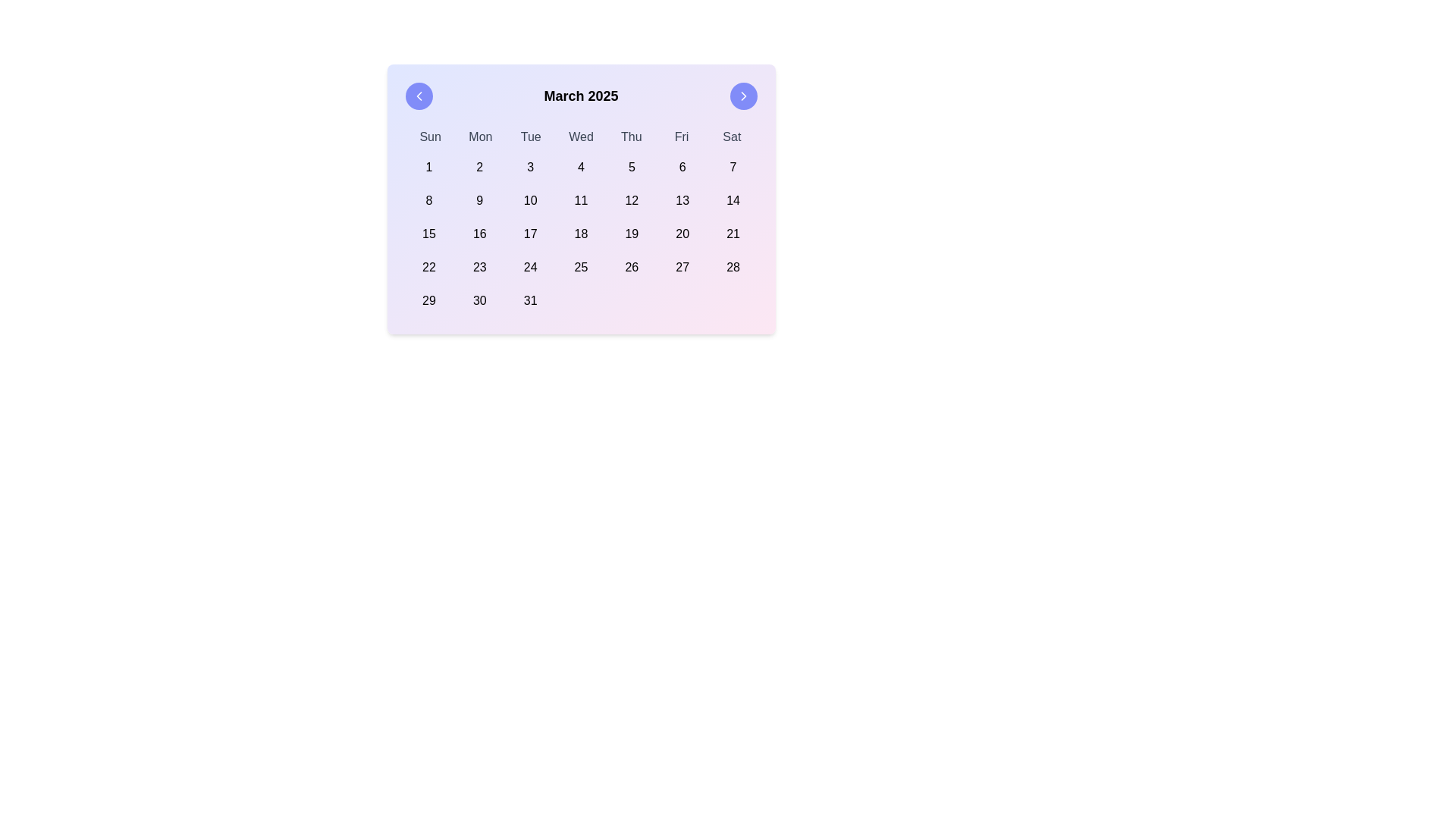  I want to click on the forward navigation control icon, so click(743, 96).